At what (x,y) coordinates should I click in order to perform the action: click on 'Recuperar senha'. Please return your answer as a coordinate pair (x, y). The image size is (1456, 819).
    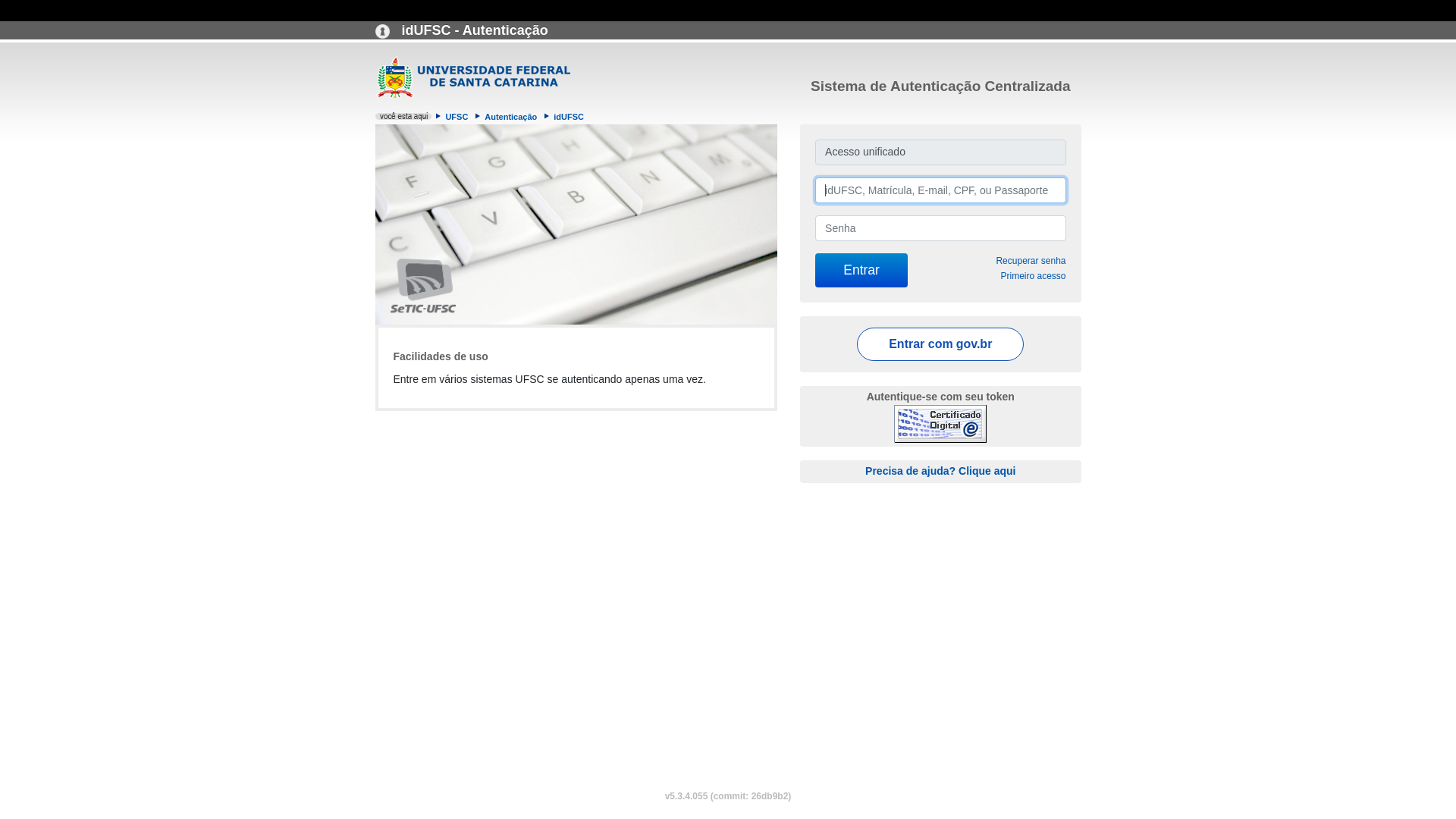
    Looking at the image, I should click on (996, 259).